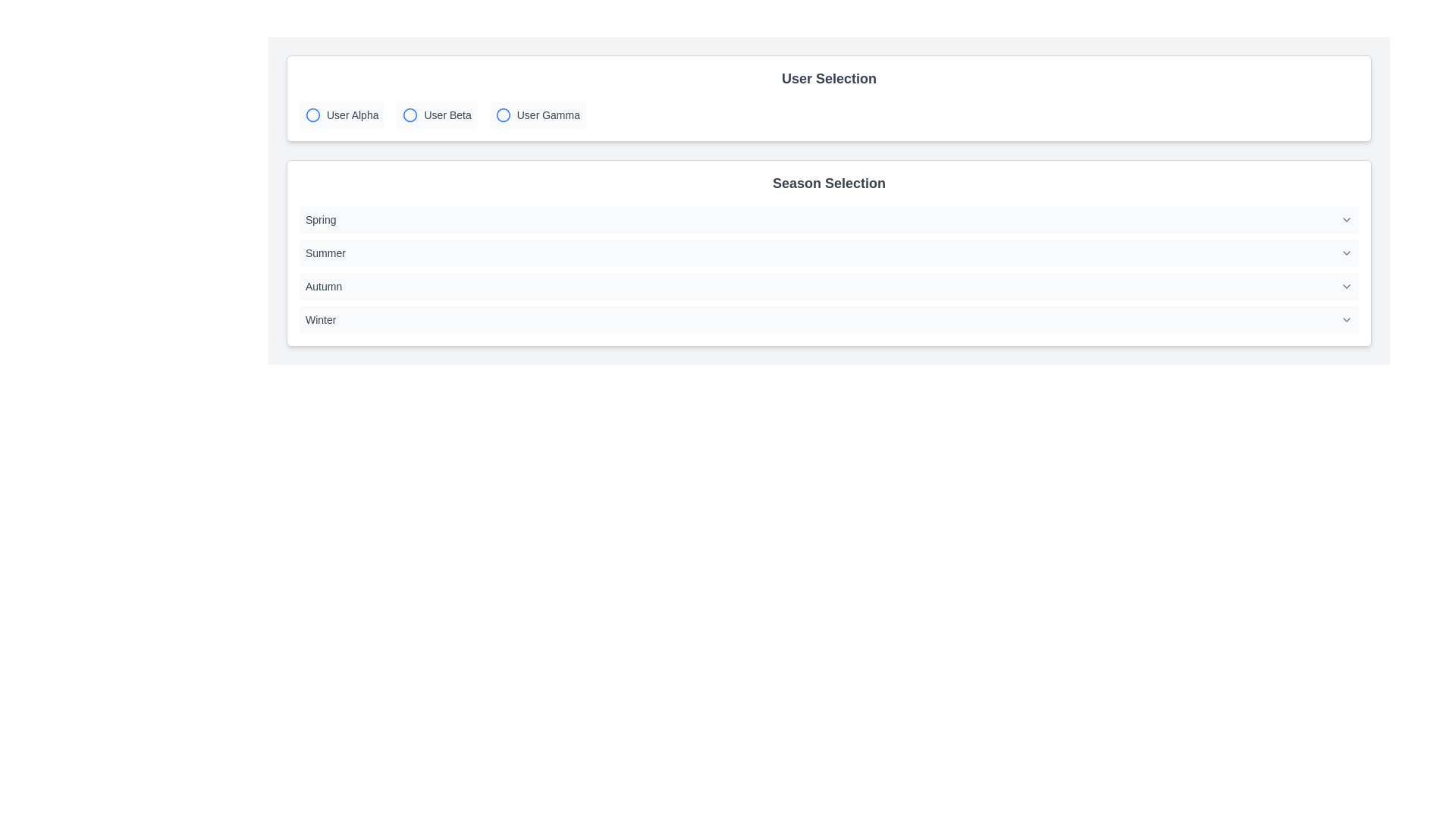 Image resolution: width=1456 pixels, height=819 pixels. Describe the element at coordinates (1347, 253) in the screenshot. I see `the Dropdown indicator (Chevron) next to the 'Summer' option` at that location.